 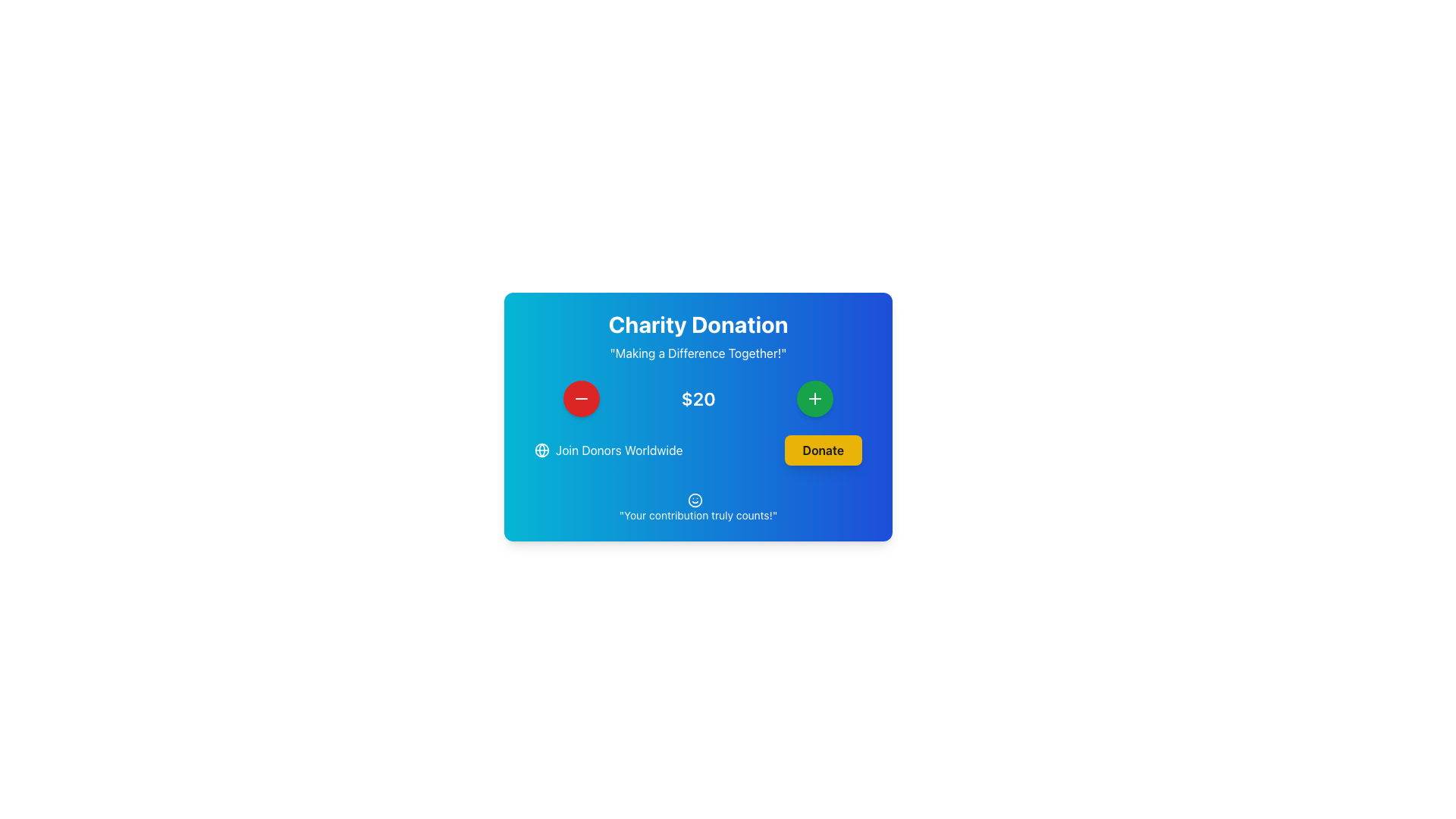 What do you see at coordinates (814, 397) in the screenshot?
I see `the green circular button with a white plus sign at its center to observe the hover effect` at bounding box center [814, 397].